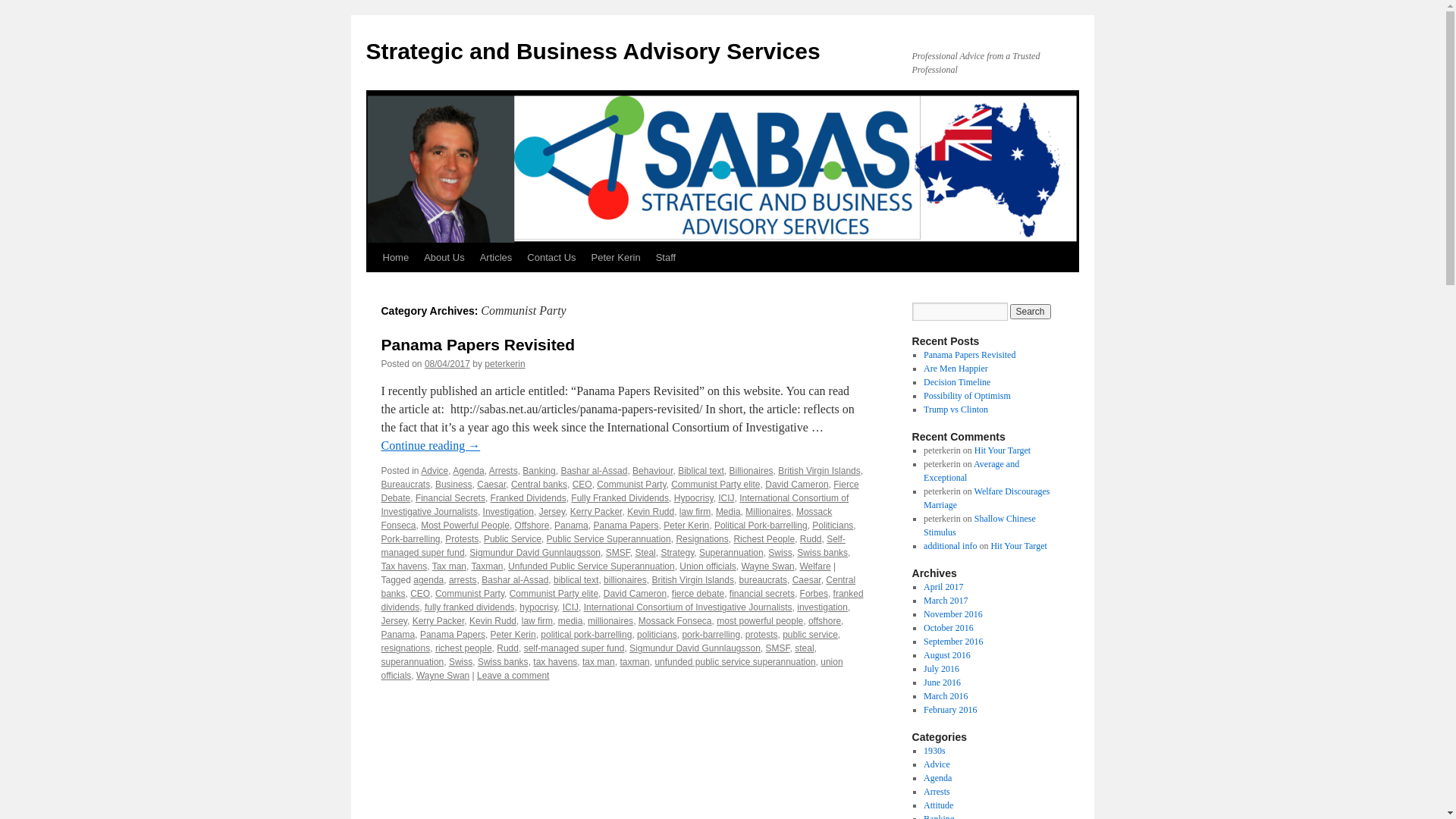 The width and height of the screenshot is (1456, 819). Describe the element at coordinates (412, 661) in the screenshot. I see `'superannuation'` at that location.